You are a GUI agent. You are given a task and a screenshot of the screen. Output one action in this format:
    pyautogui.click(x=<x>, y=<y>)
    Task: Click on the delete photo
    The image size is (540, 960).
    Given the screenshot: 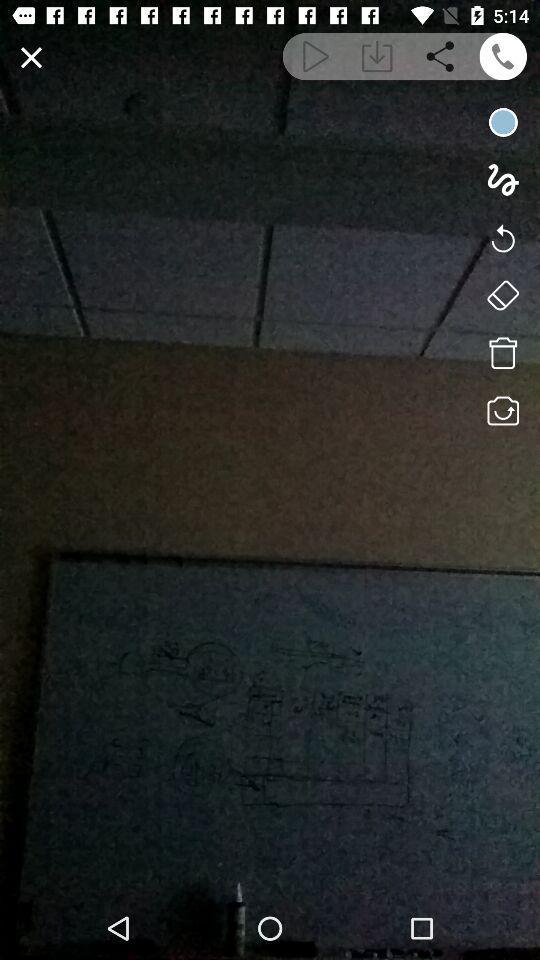 What is the action you would take?
    pyautogui.click(x=502, y=353)
    